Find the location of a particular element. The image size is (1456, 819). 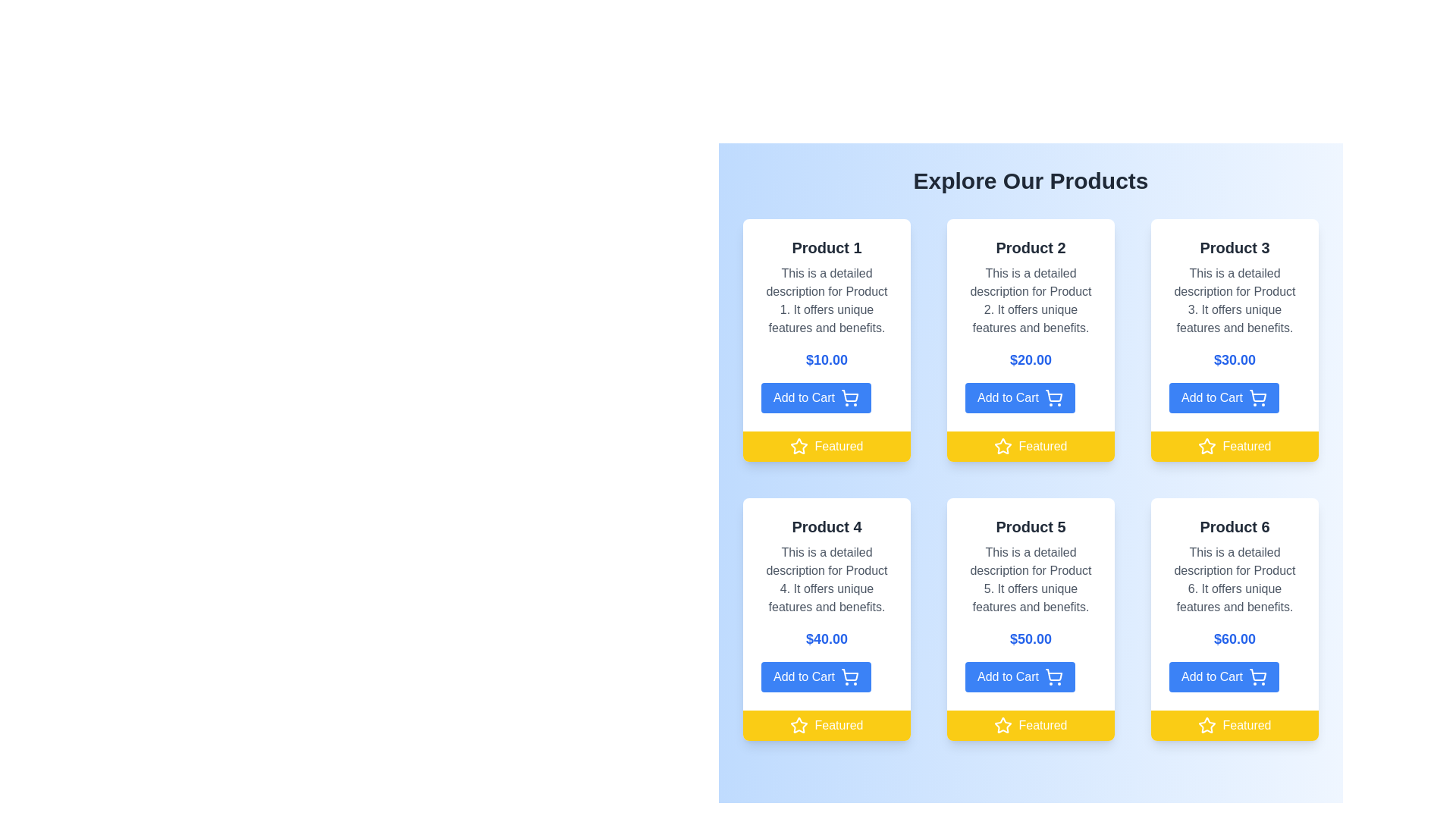

the 'Featured' text label located in the yellow bar at the bottom of the Product 4 card, which is immediately to the right of the star icon is located at coordinates (838, 724).